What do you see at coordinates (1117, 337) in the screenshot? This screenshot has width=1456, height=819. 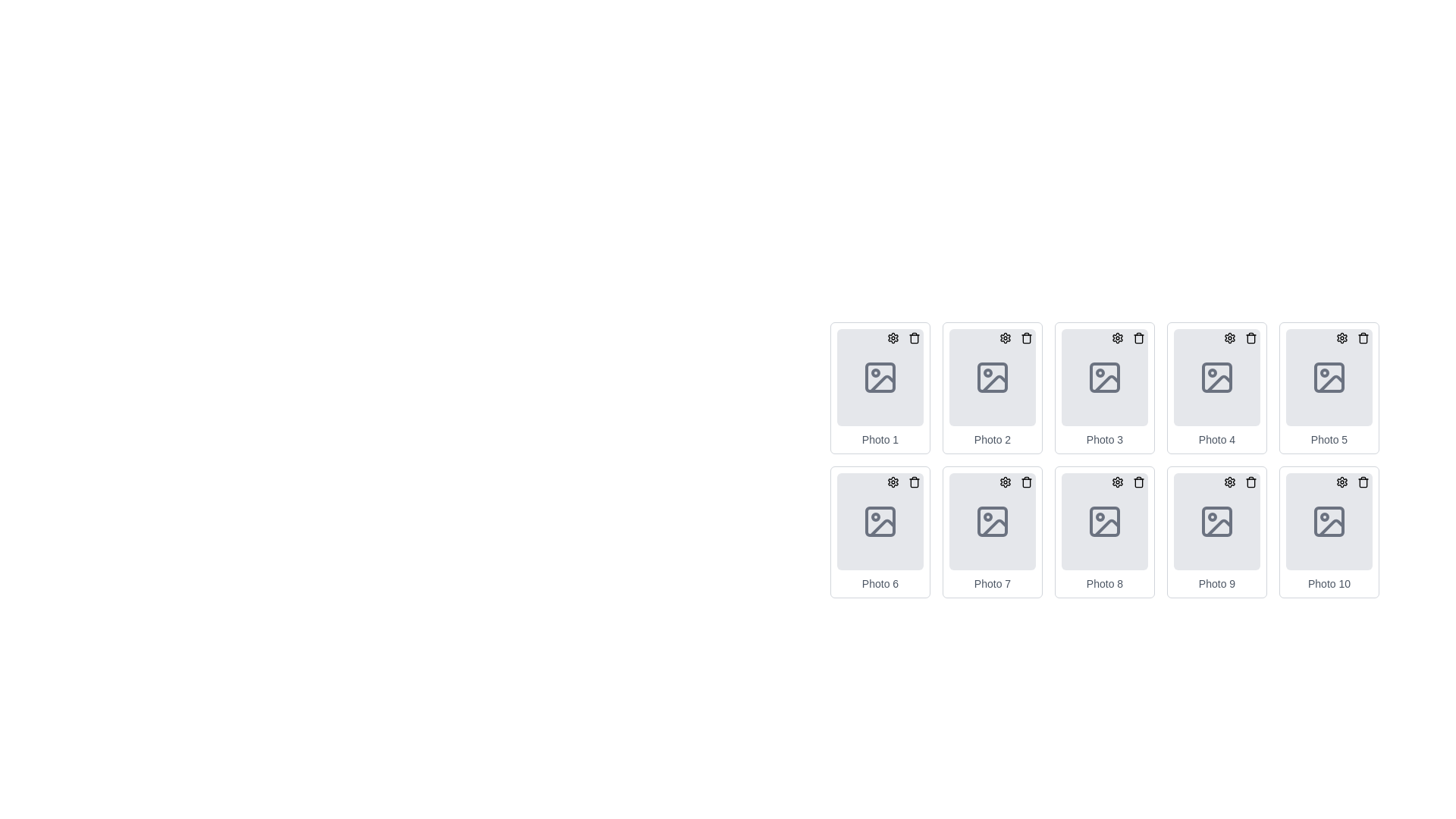 I see `the Settings Icon located in the top right corner of the third item in the first row of the grid, which is used to invoke configuration options` at bounding box center [1117, 337].